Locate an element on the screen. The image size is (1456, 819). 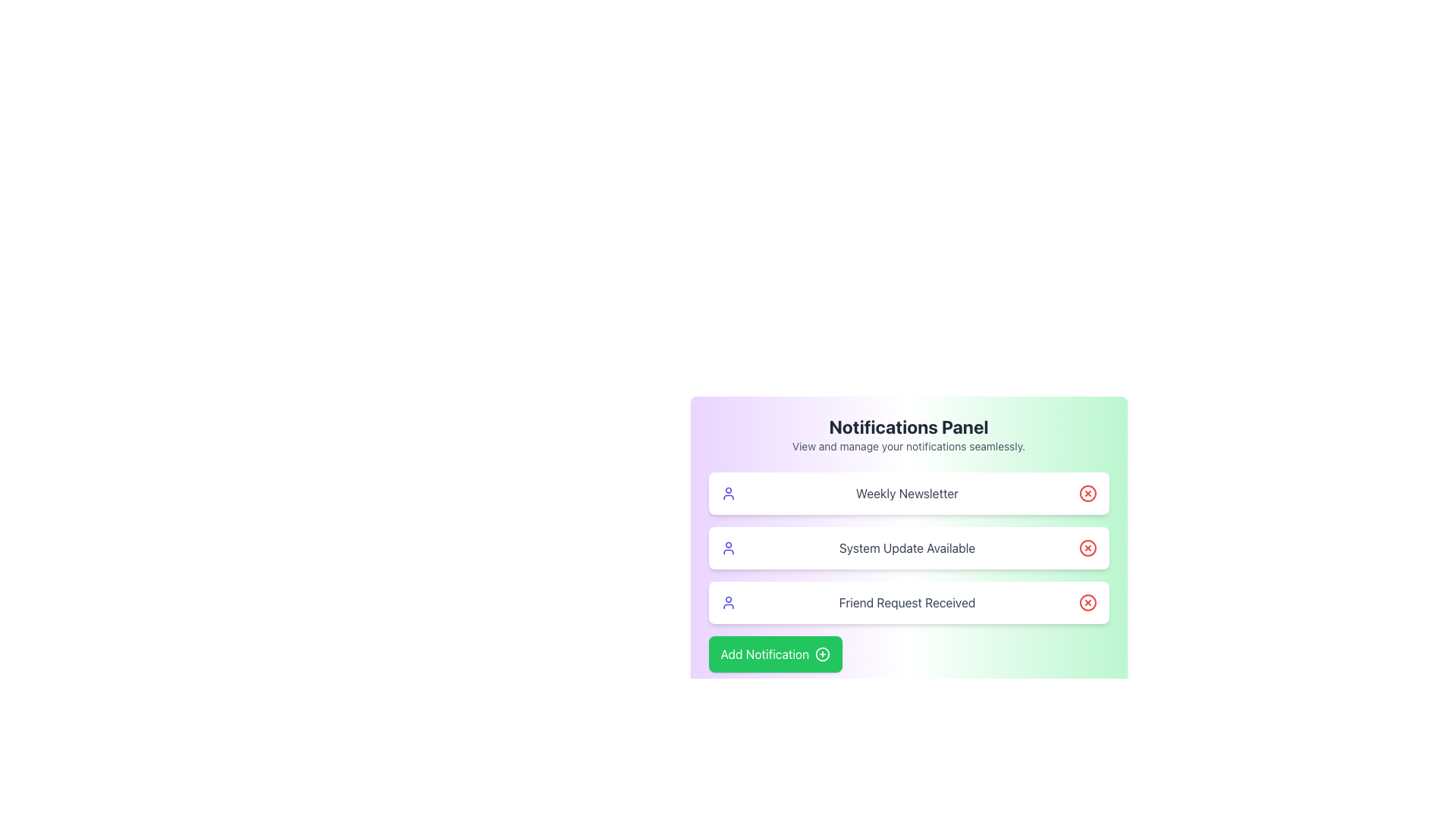
the icon located to the right of the text on the green 'Add Notification' button at the bottom of the notification panel is located at coordinates (822, 654).